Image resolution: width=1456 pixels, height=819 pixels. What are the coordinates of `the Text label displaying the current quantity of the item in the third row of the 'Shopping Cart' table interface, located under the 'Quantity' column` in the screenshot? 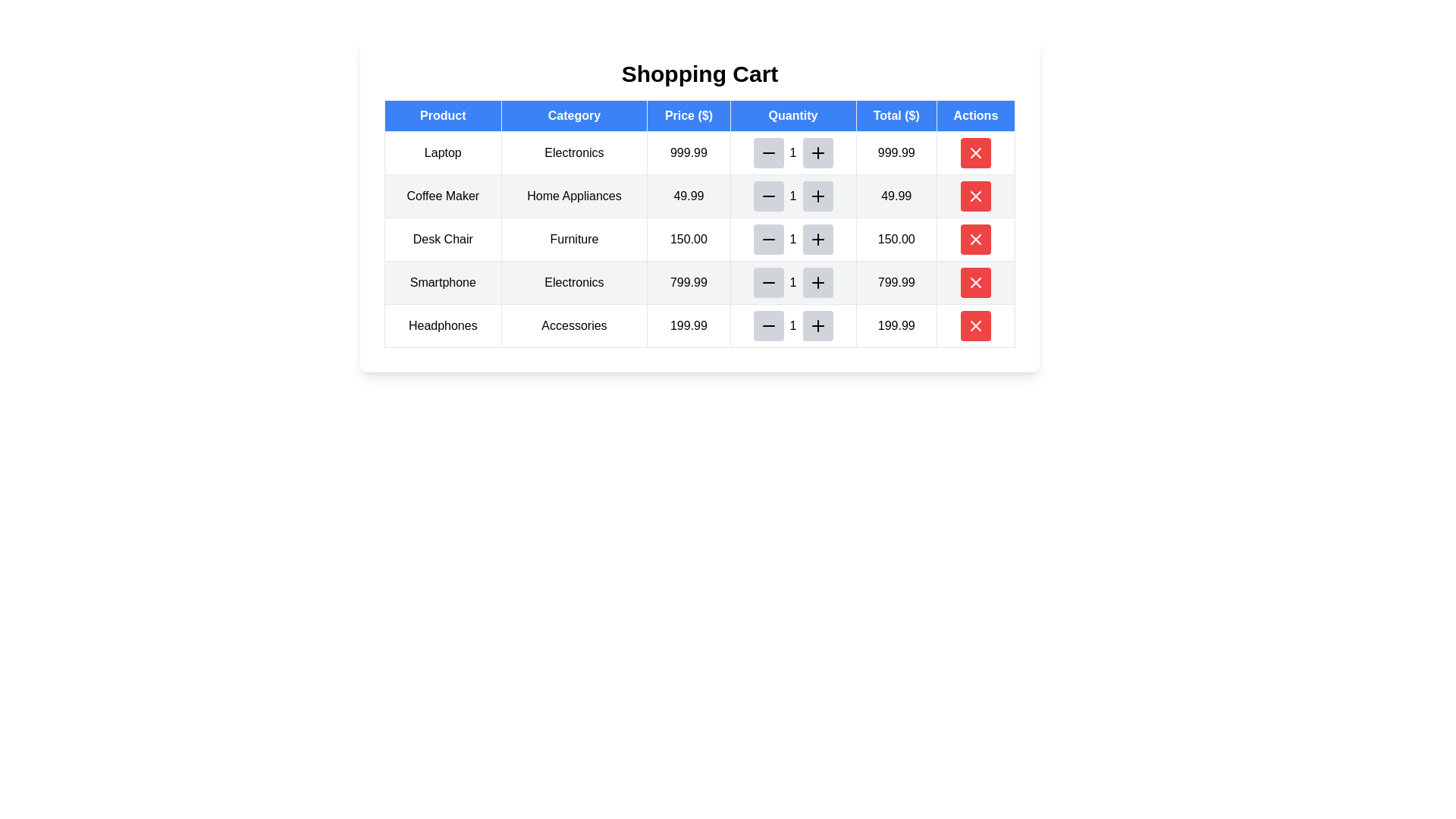 It's located at (792, 239).